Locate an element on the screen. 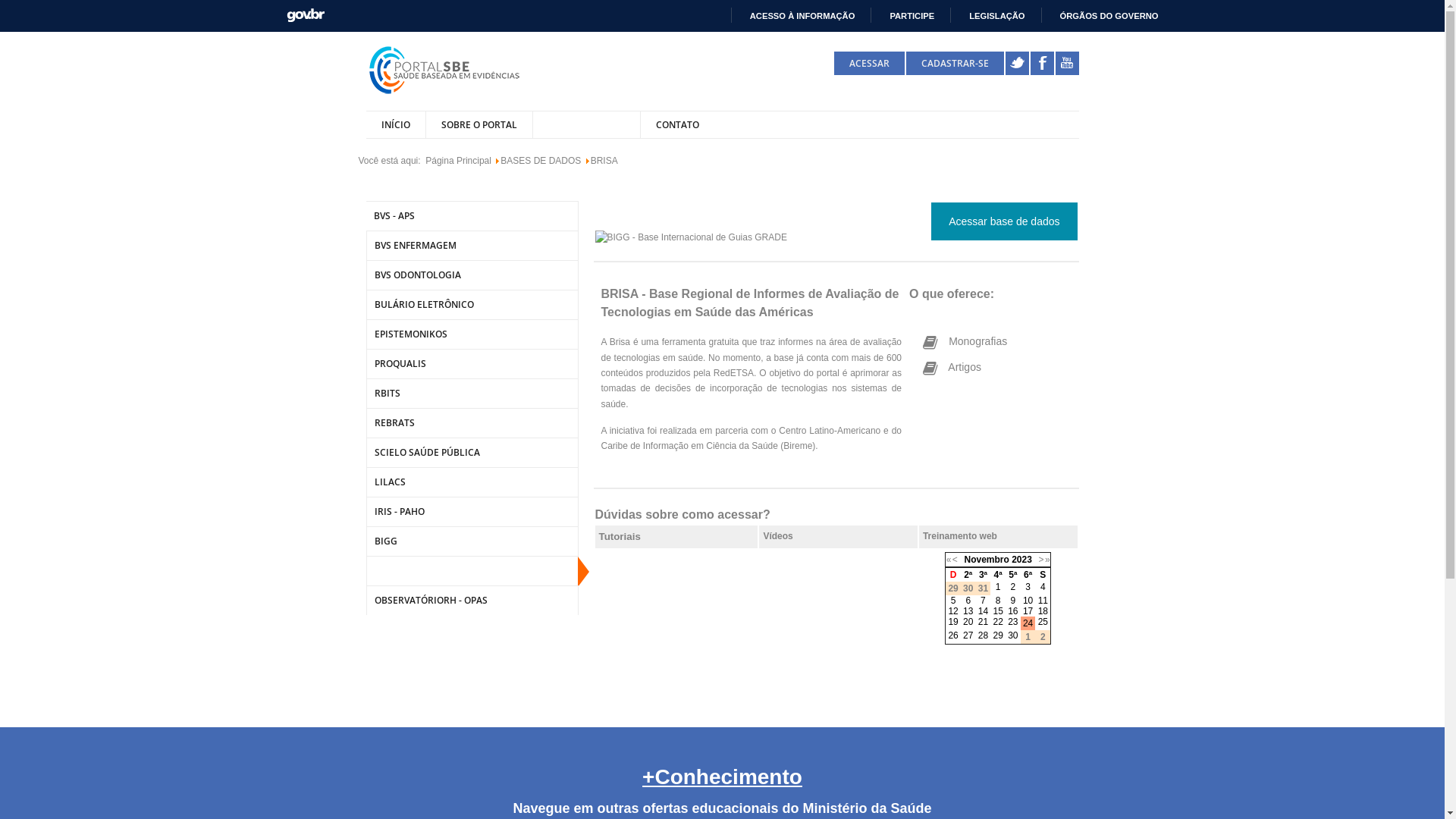  'Facebook' is located at coordinates (1040, 62).